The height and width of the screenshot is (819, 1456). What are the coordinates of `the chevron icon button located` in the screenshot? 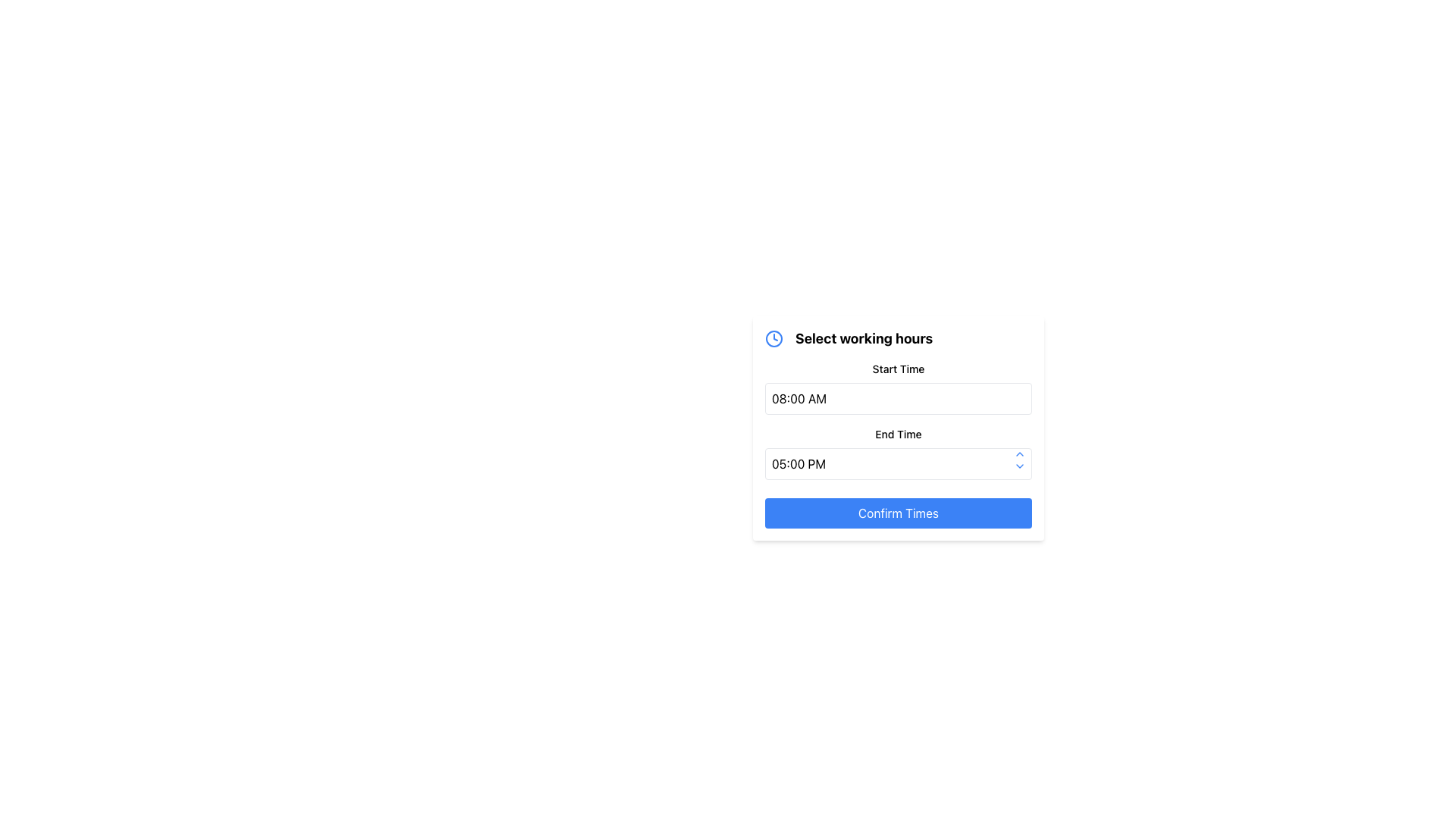 It's located at (1019, 465).